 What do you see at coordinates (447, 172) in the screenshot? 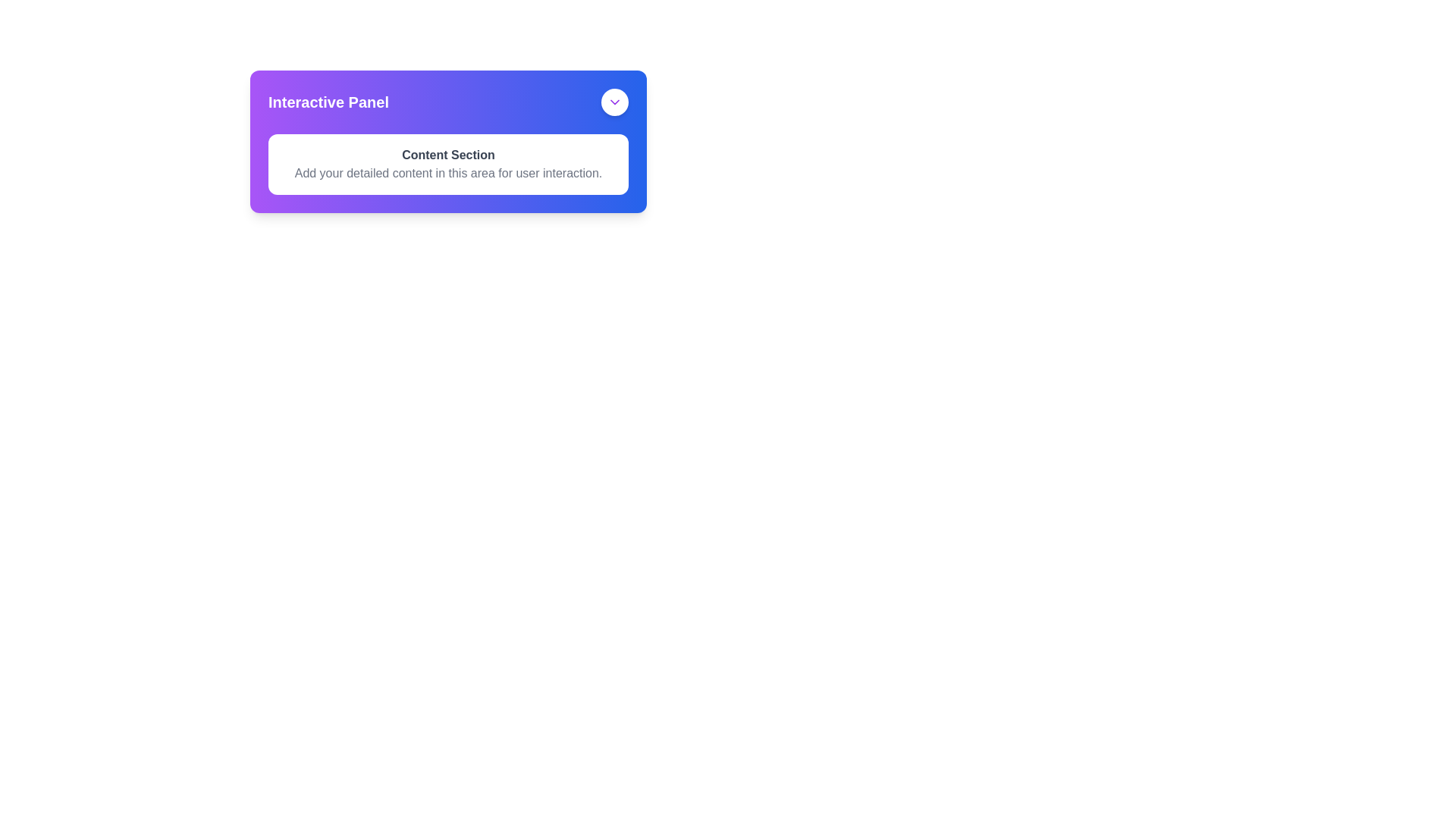
I see `the static text located directly below the title 'Content Section', which serves as a placeholder or informational guide for users` at bounding box center [447, 172].